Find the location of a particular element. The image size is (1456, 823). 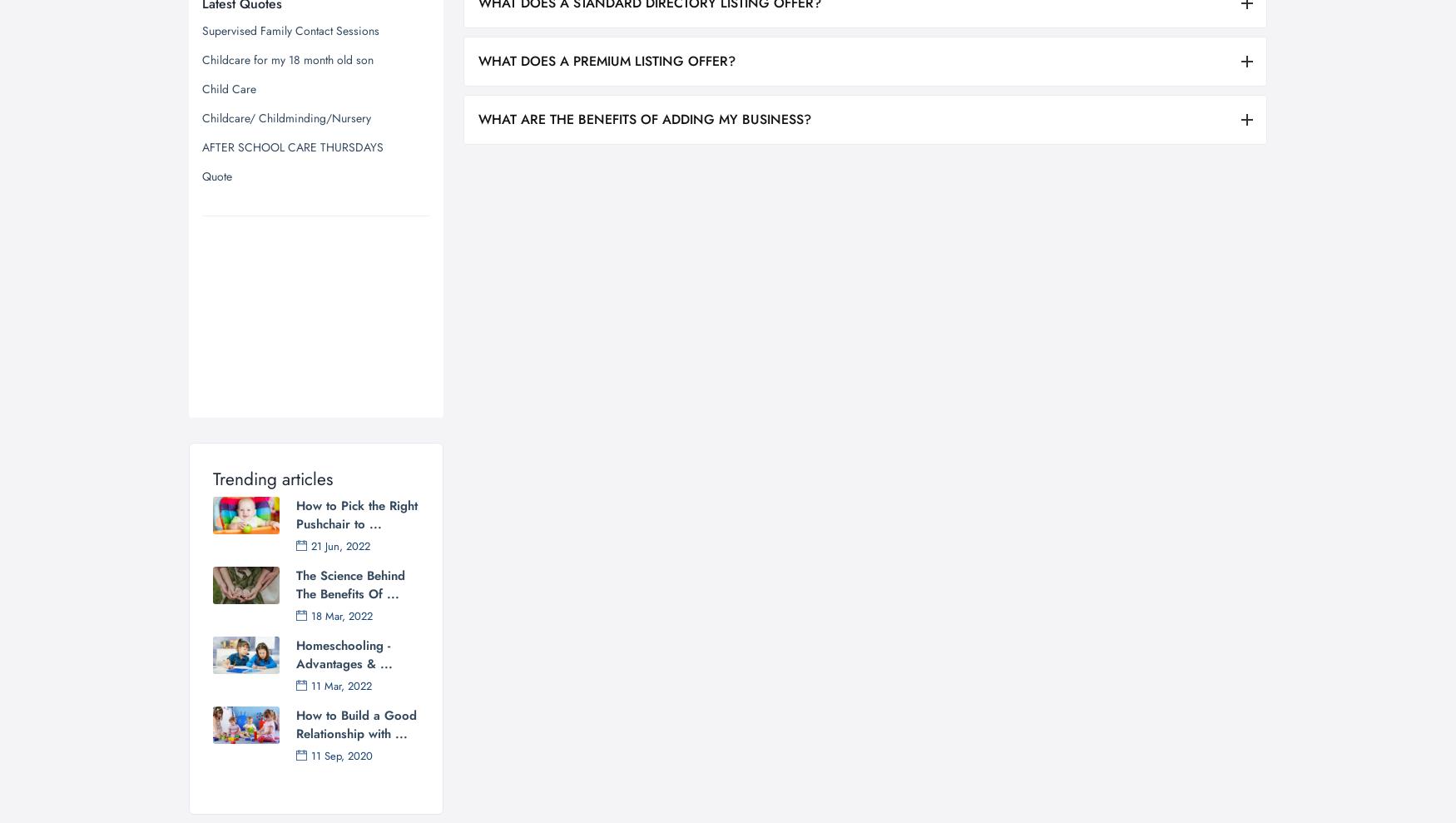

'Blog' is located at coordinates (565, 731).